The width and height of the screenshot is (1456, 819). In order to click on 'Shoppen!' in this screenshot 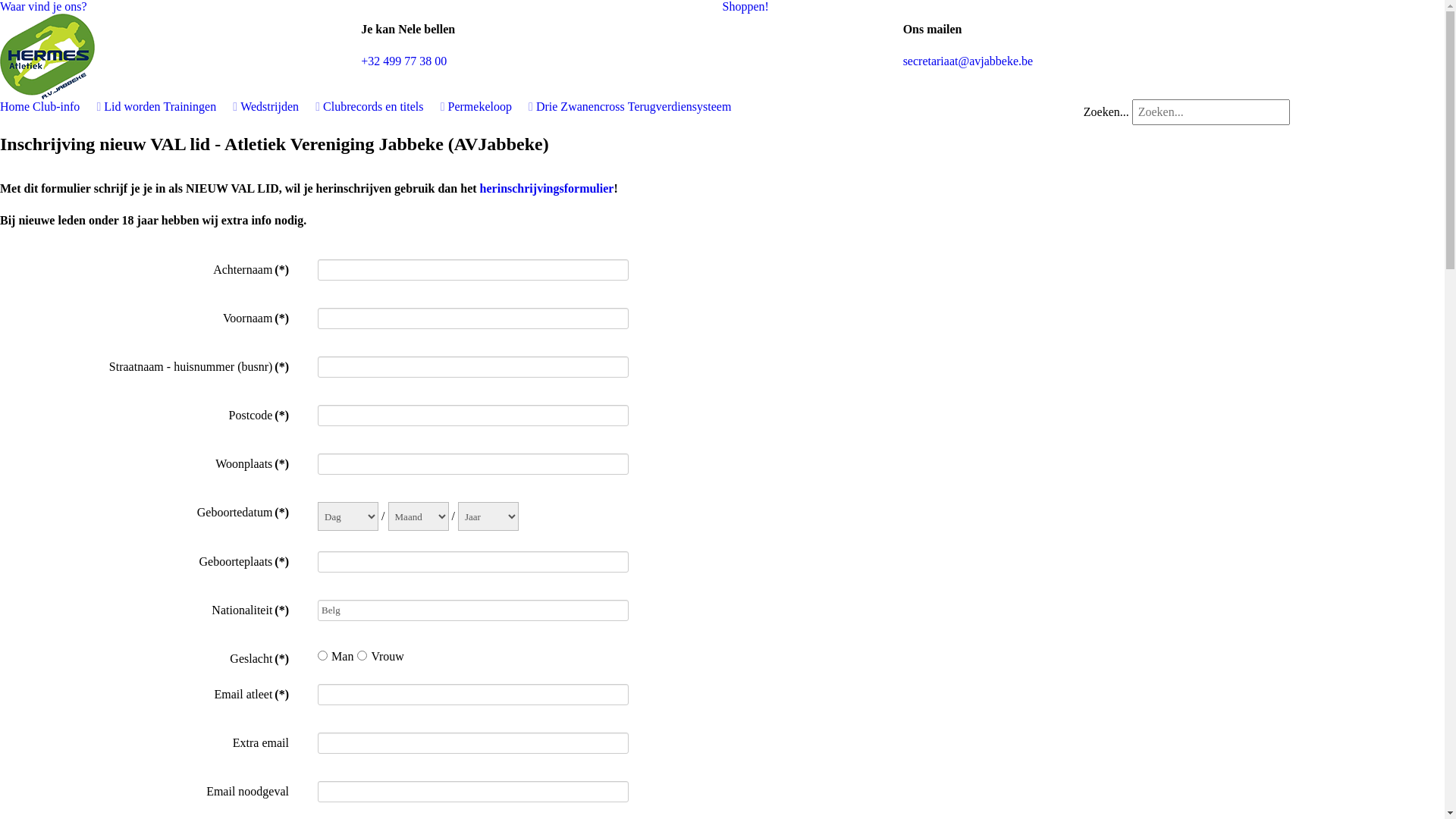, I will do `click(745, 6)`.